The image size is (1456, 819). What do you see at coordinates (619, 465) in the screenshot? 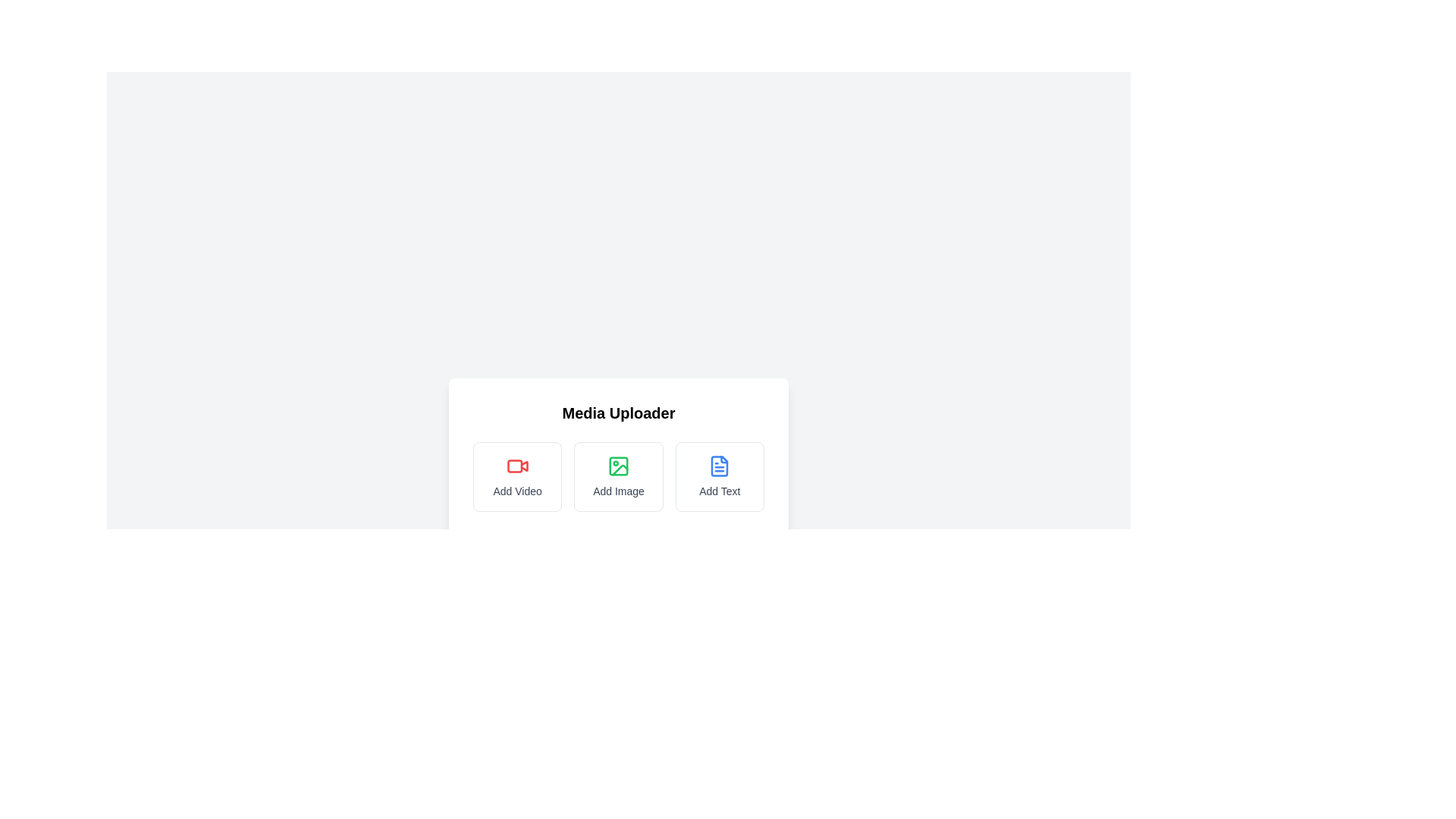
I see `the green outlined image placeholder icon representing the 'Add Image' functionality, located in the middle of the second button group under the 'Media Uploader' heading` at bounding box center [619, 465].